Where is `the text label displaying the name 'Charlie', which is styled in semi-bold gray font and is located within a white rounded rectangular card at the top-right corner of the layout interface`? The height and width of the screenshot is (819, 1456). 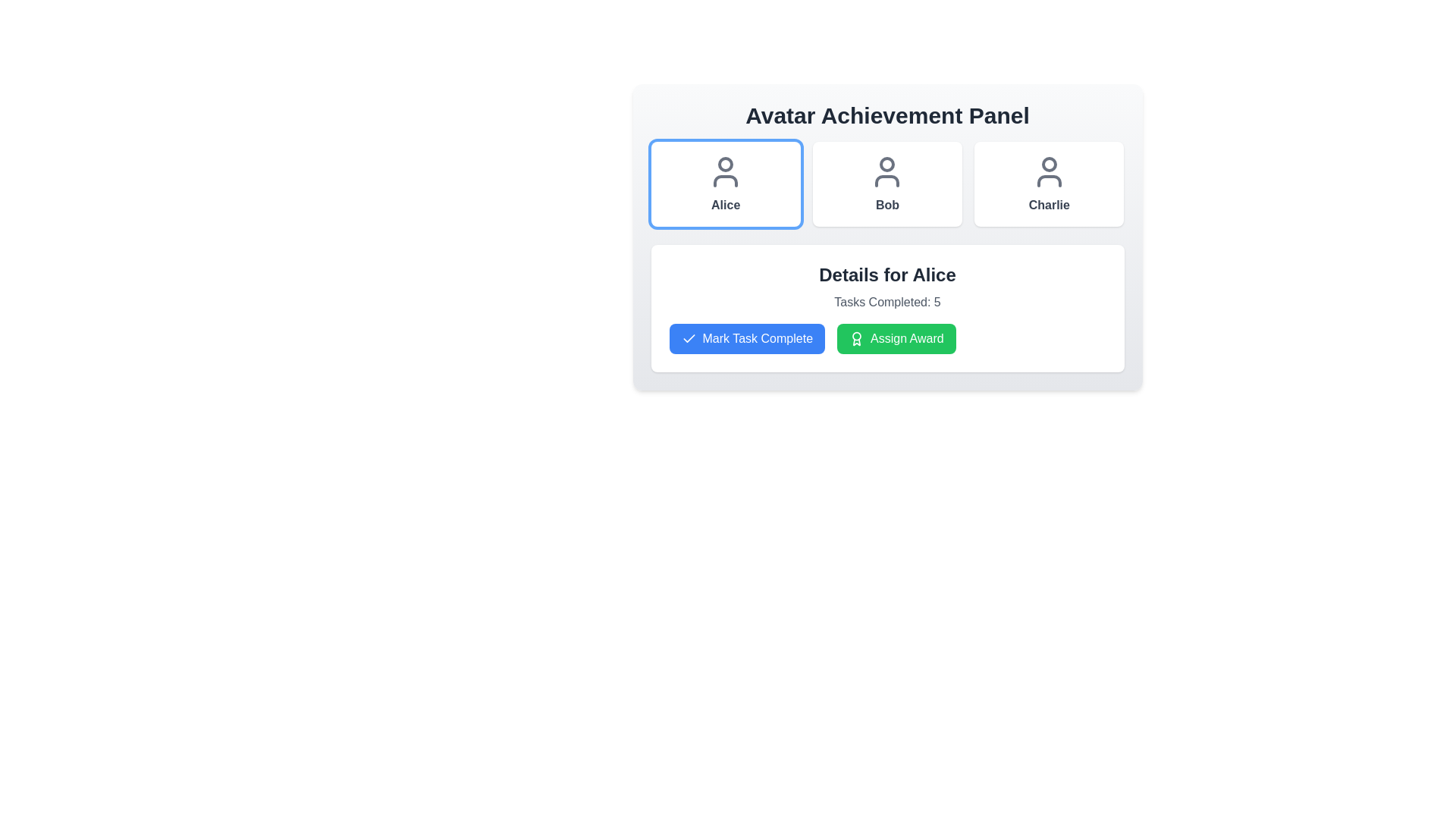 the text label displaying the name 'Charlie', which is styled in semi-bold gray font and is located within a white rounded rectangular card at the top-right corner of the layout interface is located at coordinates (1048, 205).